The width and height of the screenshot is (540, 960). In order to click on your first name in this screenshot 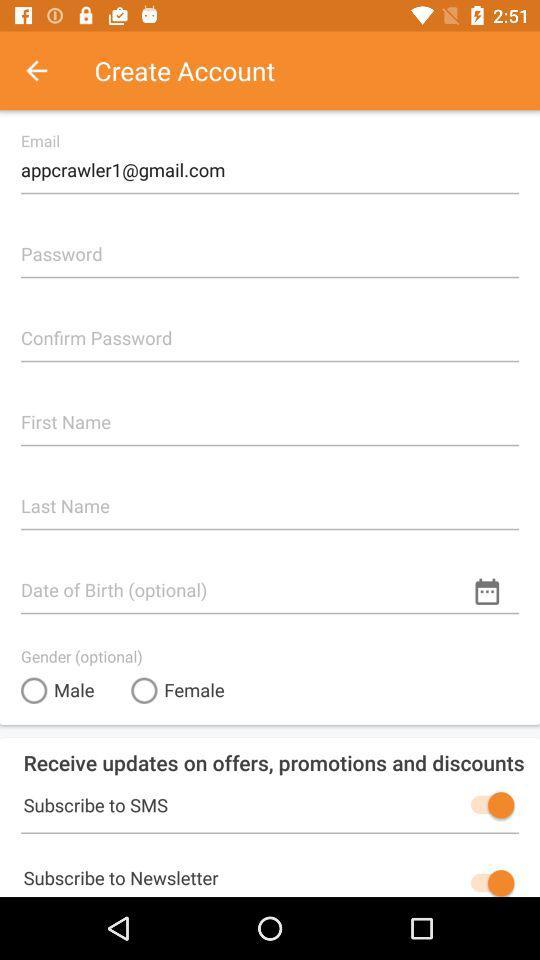, I will do `click(270, 413)`.